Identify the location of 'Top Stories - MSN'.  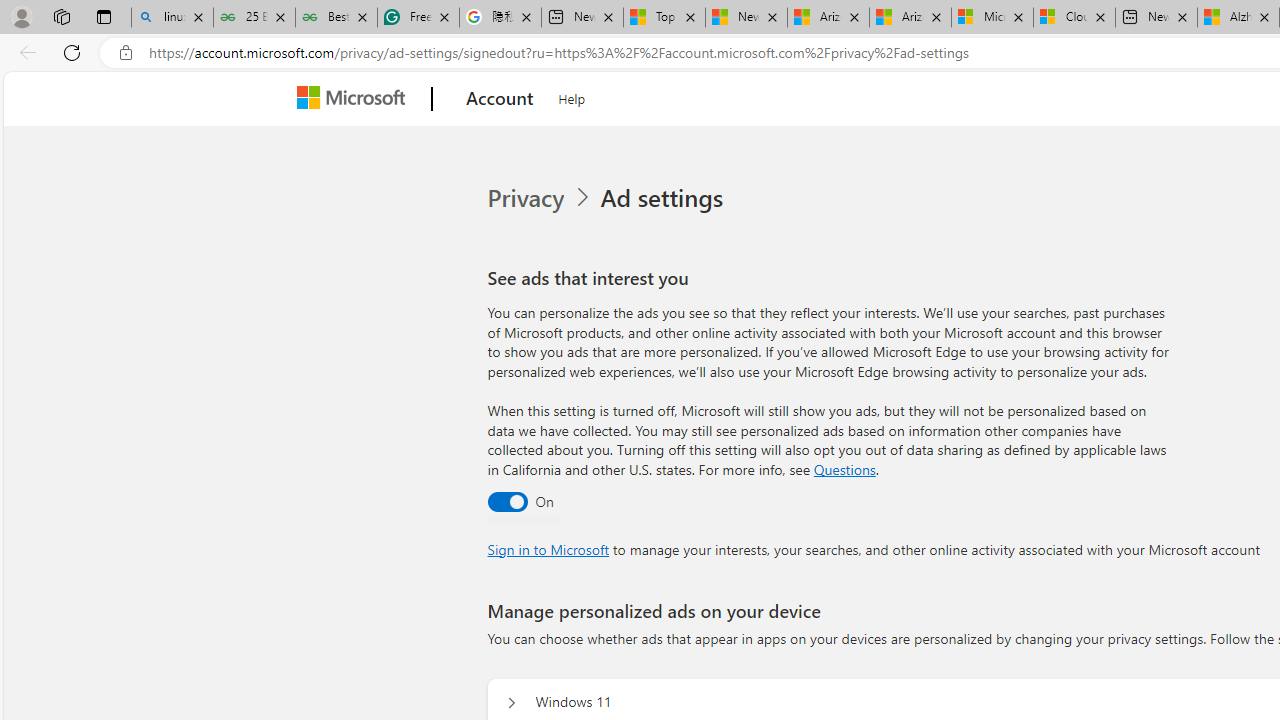
(664, 17).